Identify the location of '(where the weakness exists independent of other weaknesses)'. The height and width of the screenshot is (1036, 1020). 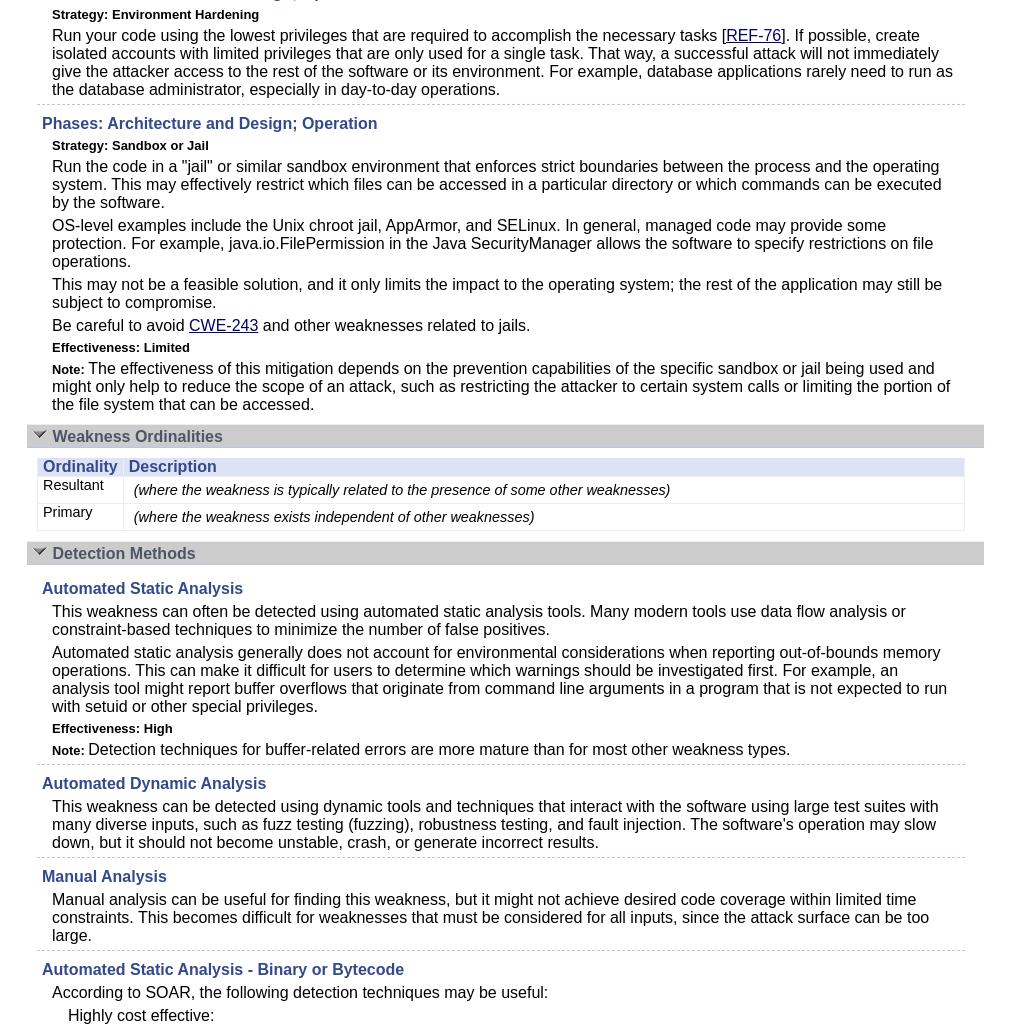
(333, 516).